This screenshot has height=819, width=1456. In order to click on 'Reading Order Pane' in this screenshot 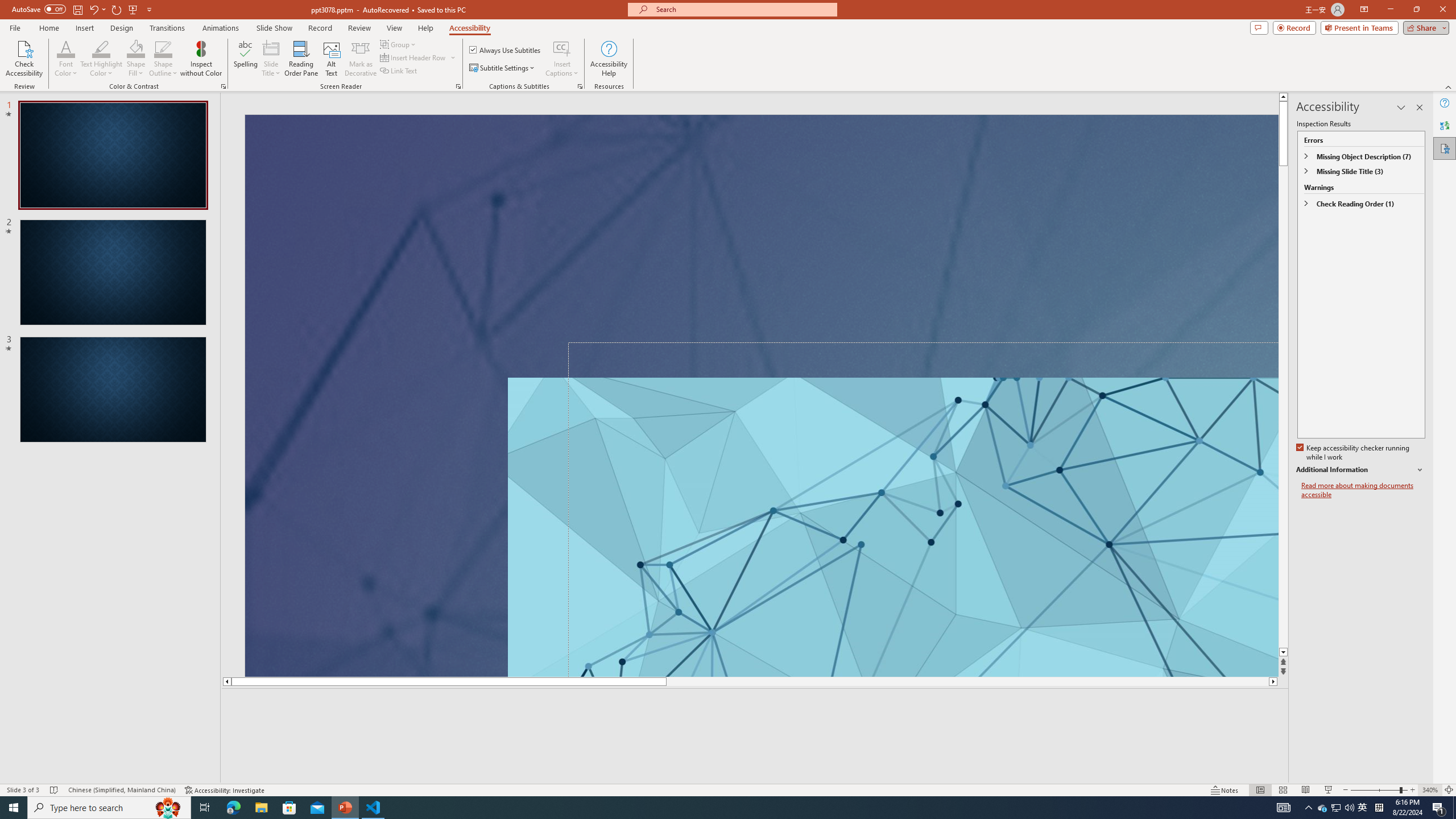, I will do `click(301, 59)`.